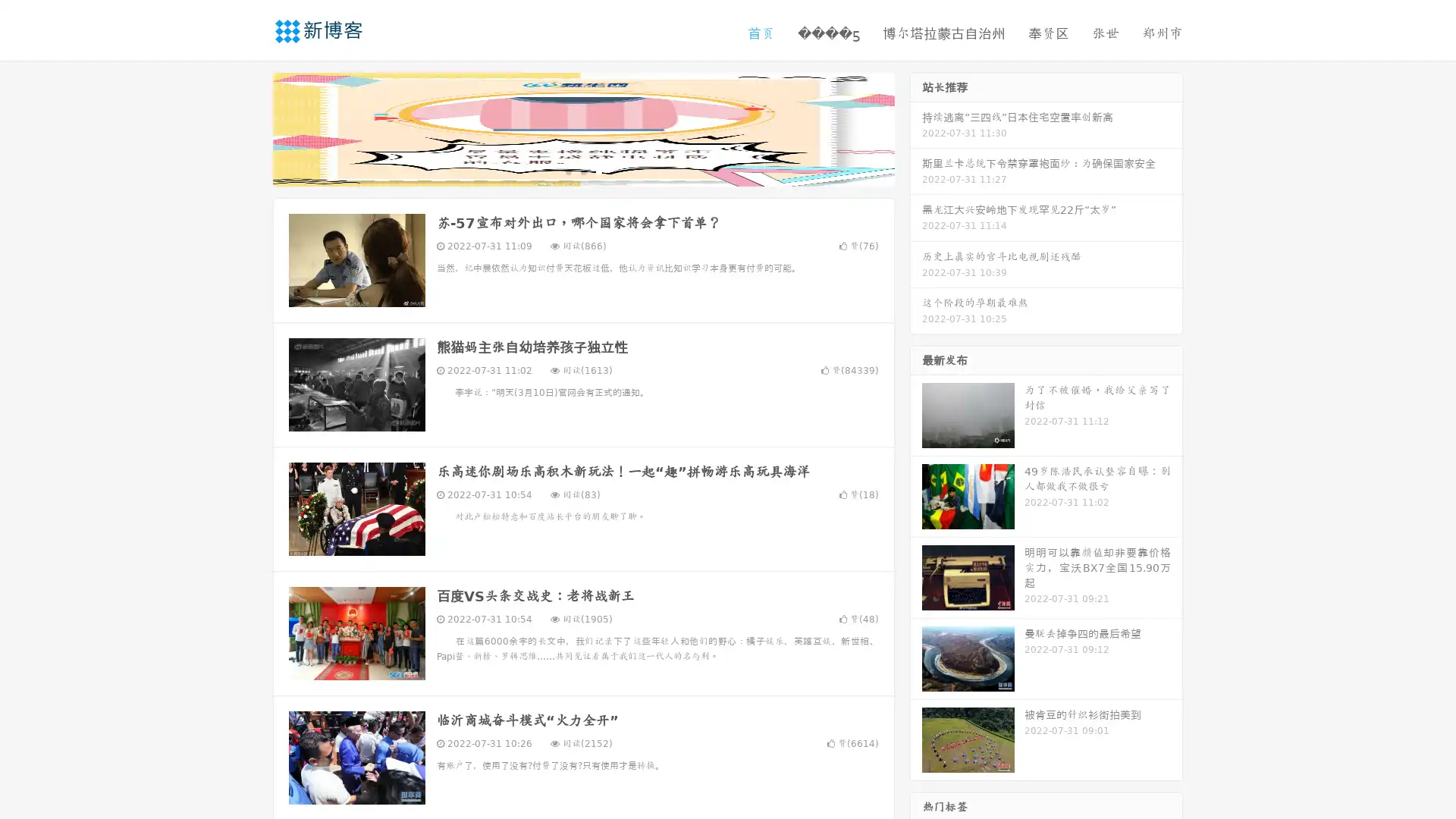 The width and height of the screenshot is (1456, 819). Describe the element at coordinates (567, 171) in the screenshot. I see `Go to slide 1` at that location.